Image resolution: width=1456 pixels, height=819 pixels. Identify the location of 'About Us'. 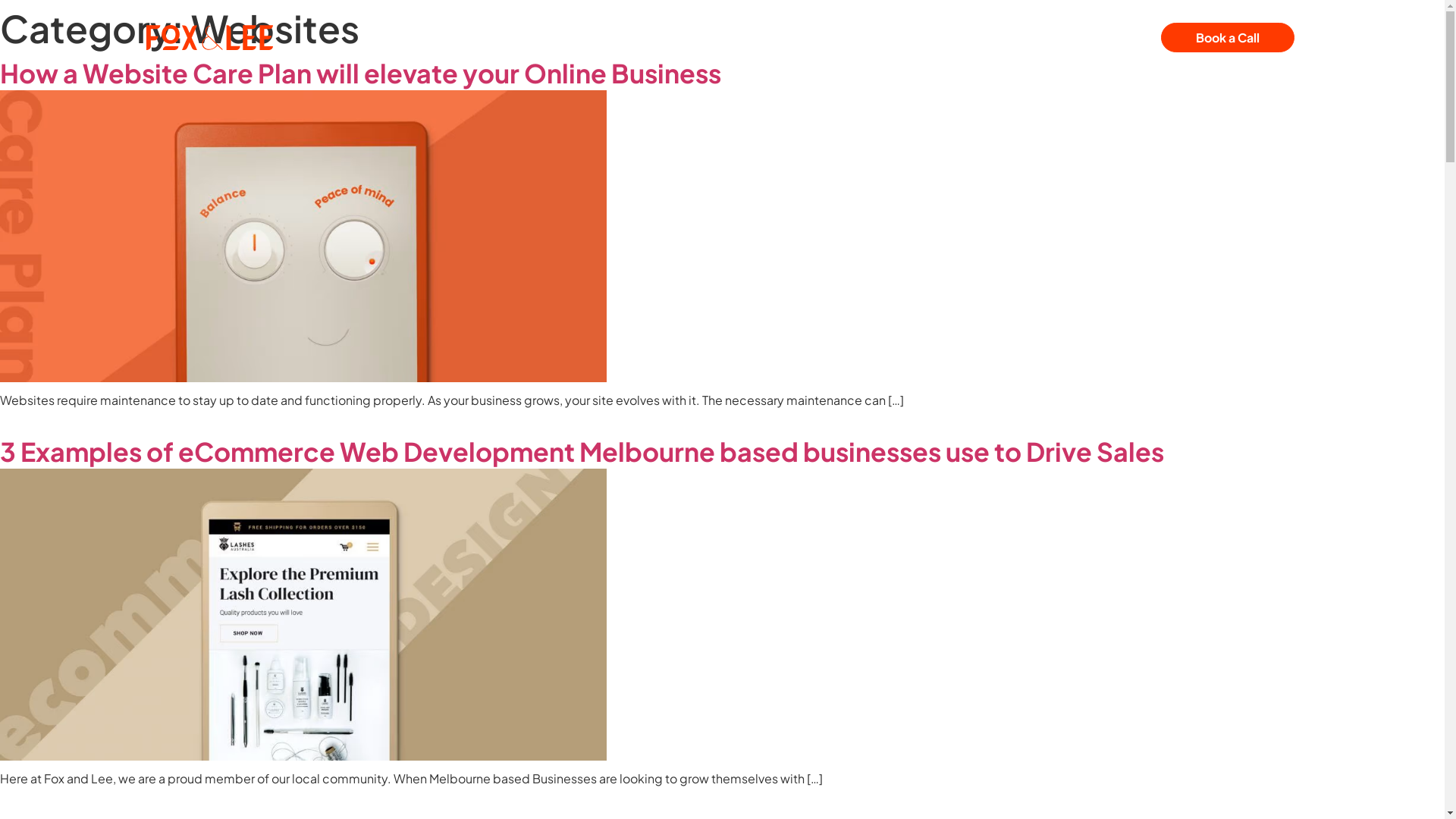
(709, 36).